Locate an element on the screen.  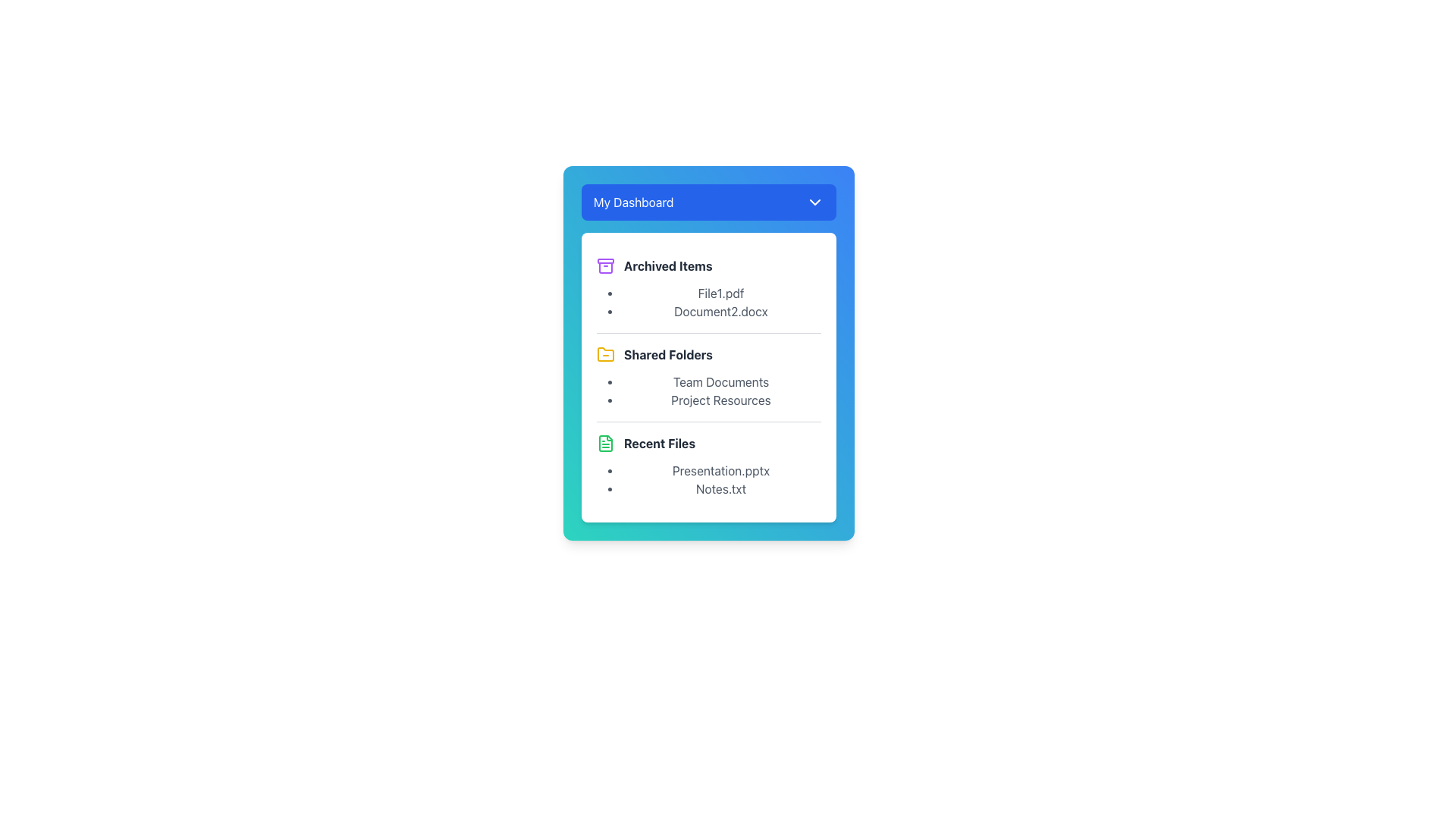
the text label displaying the name of the second archived file in the 'Archived Items' list, which is located below 'File1.pdf' is located at coordinates (720, 311).